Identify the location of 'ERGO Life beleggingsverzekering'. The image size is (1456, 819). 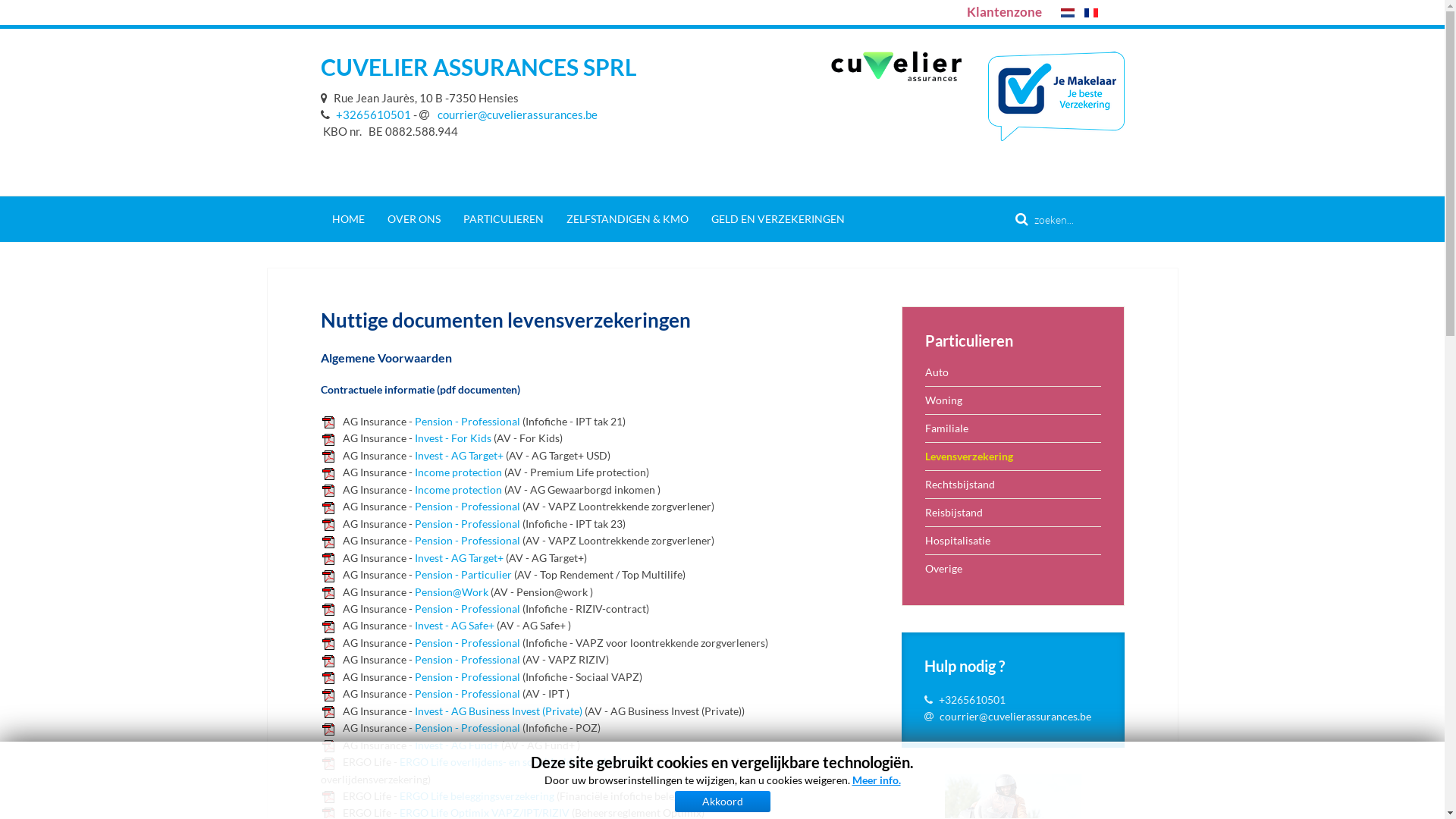
(475, 795).